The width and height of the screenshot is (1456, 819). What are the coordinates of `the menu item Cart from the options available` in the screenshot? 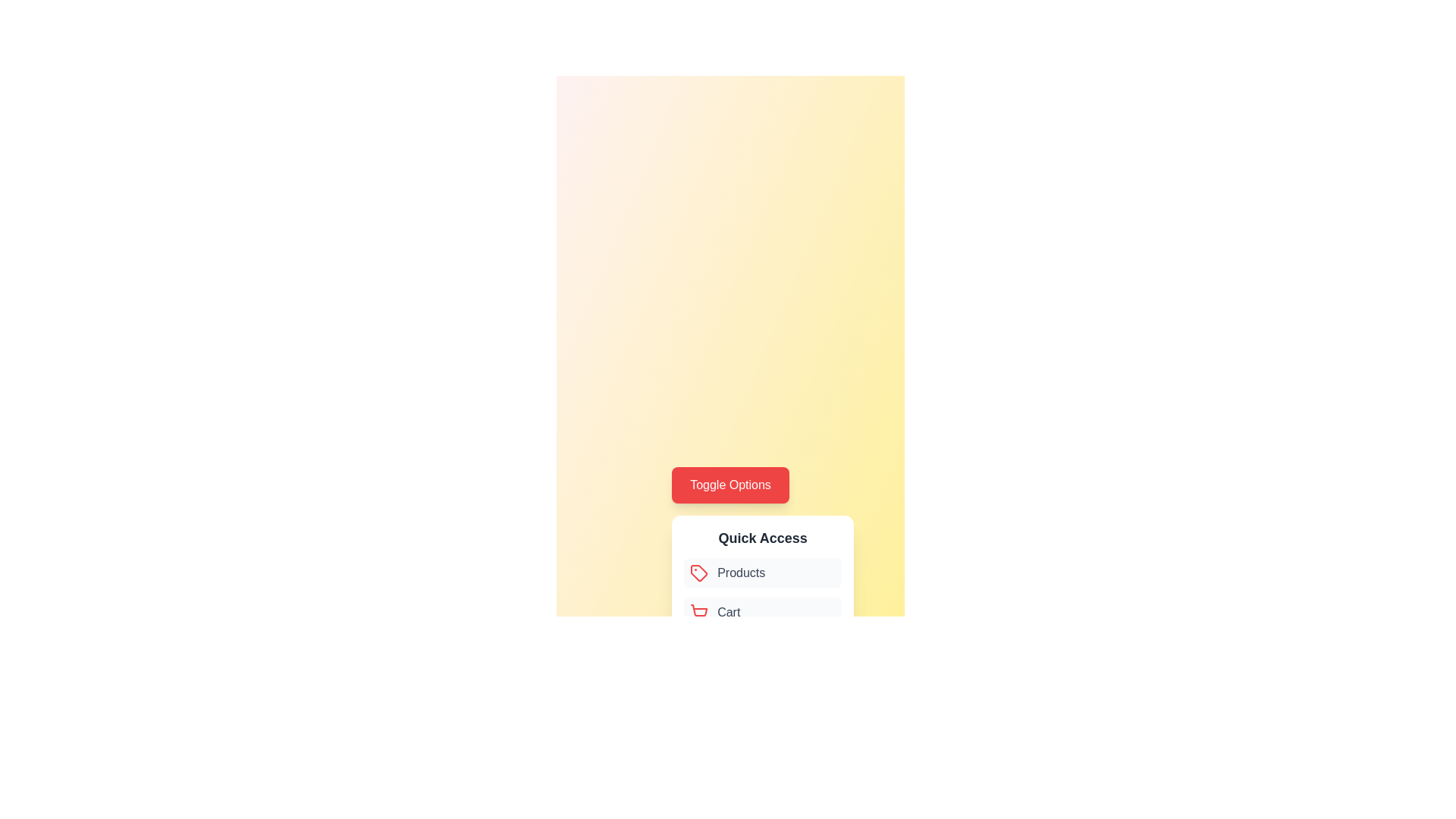 It's located at (763, 611).